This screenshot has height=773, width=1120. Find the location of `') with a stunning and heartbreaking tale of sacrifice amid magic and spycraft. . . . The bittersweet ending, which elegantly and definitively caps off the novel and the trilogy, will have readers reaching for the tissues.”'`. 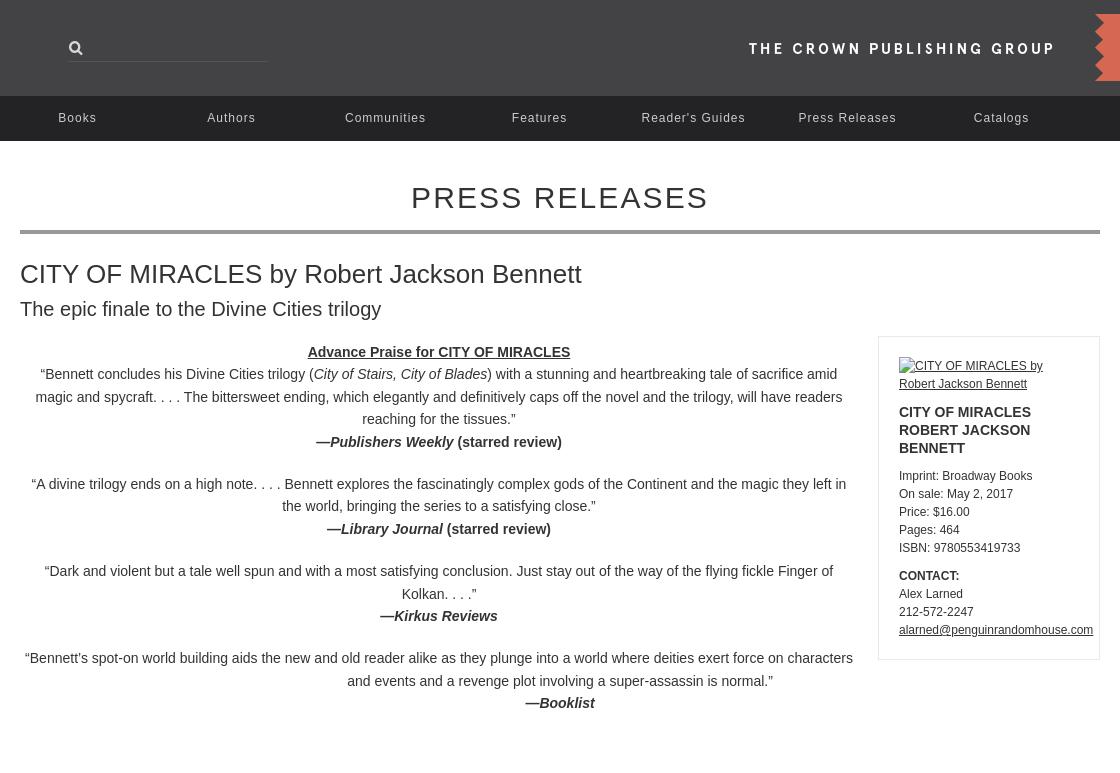

') with a stunning and heartbreaking tale of sacrifice amid magic and spycraft. . . . The bittersweet ending, which elegantly and definitively caps off the novel and the trilogy, will have readers reaching for the tissues.”' is located at coordinates (438, 395).